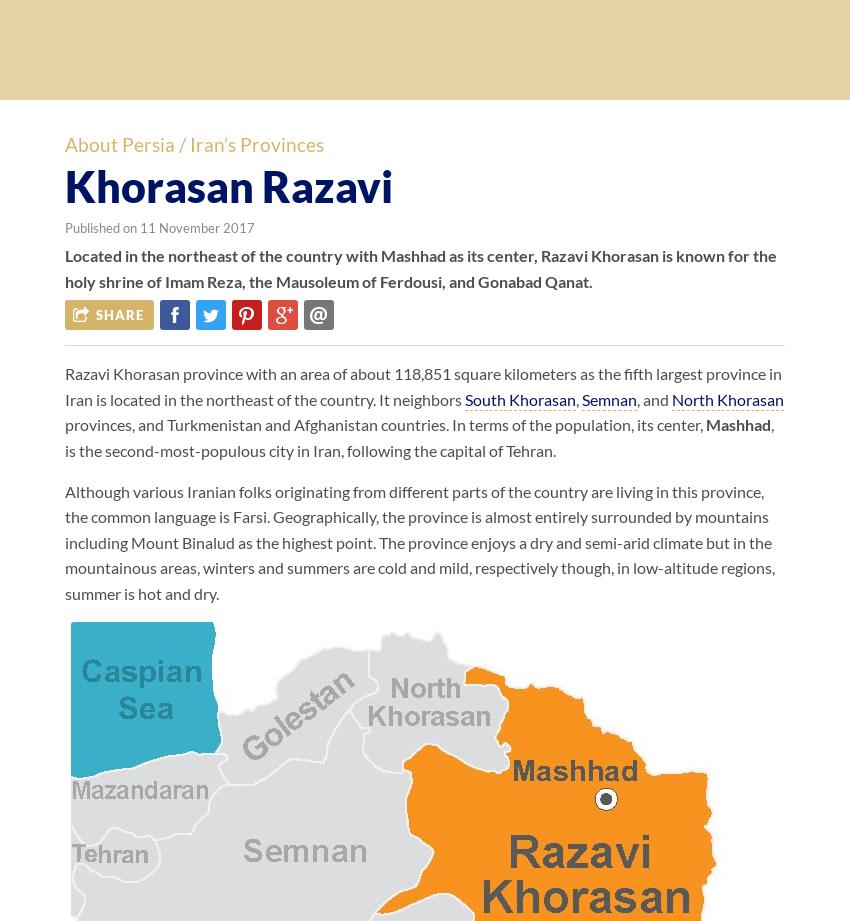 The width and height of the screenshot is (850, 921). Describe the element at coordinates (228, 184) in the screenshot. I see `'Khorasan Razavi'` at that location.